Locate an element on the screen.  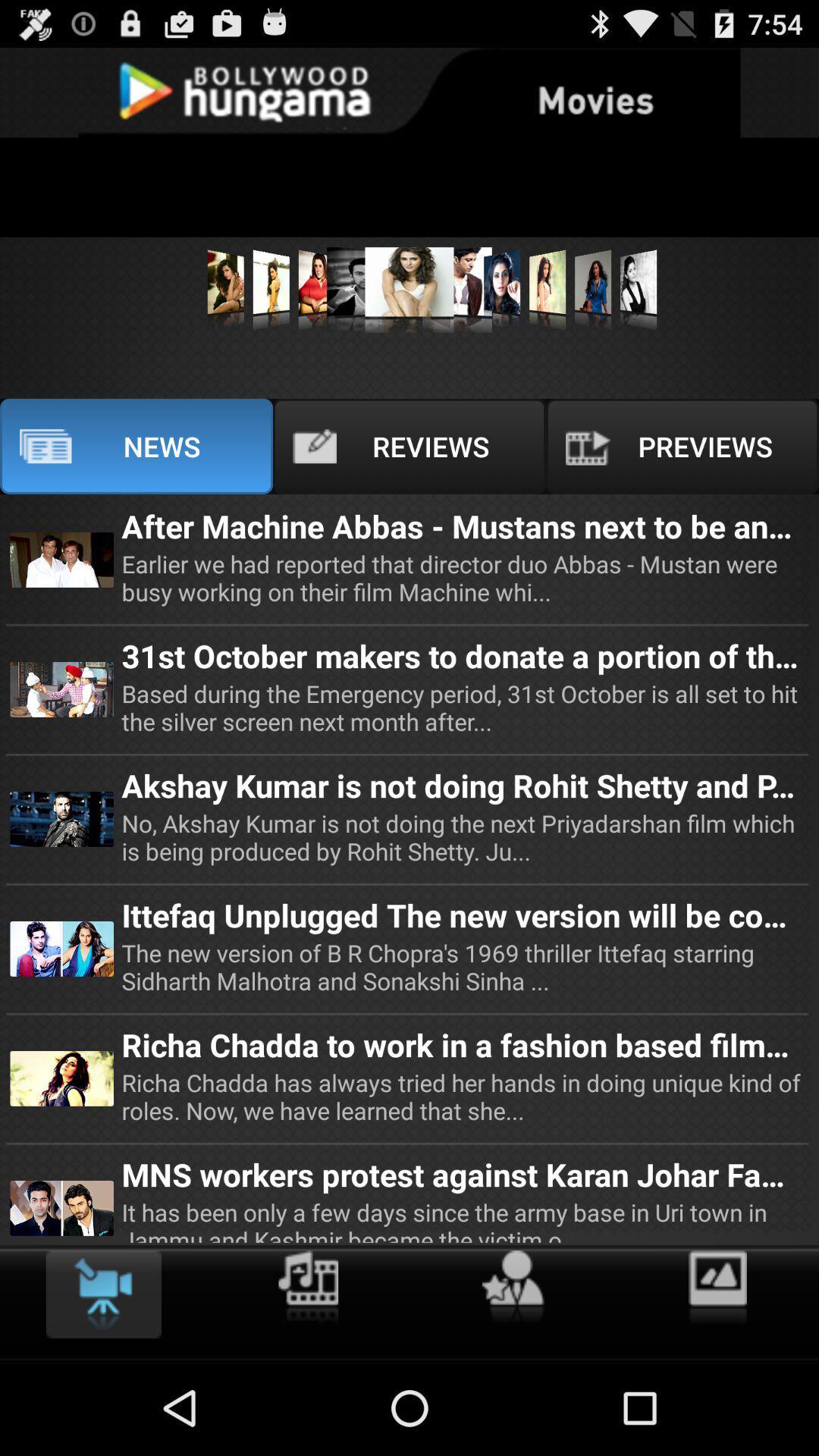
the bookmark icon is located at coordinates (102, 1385).